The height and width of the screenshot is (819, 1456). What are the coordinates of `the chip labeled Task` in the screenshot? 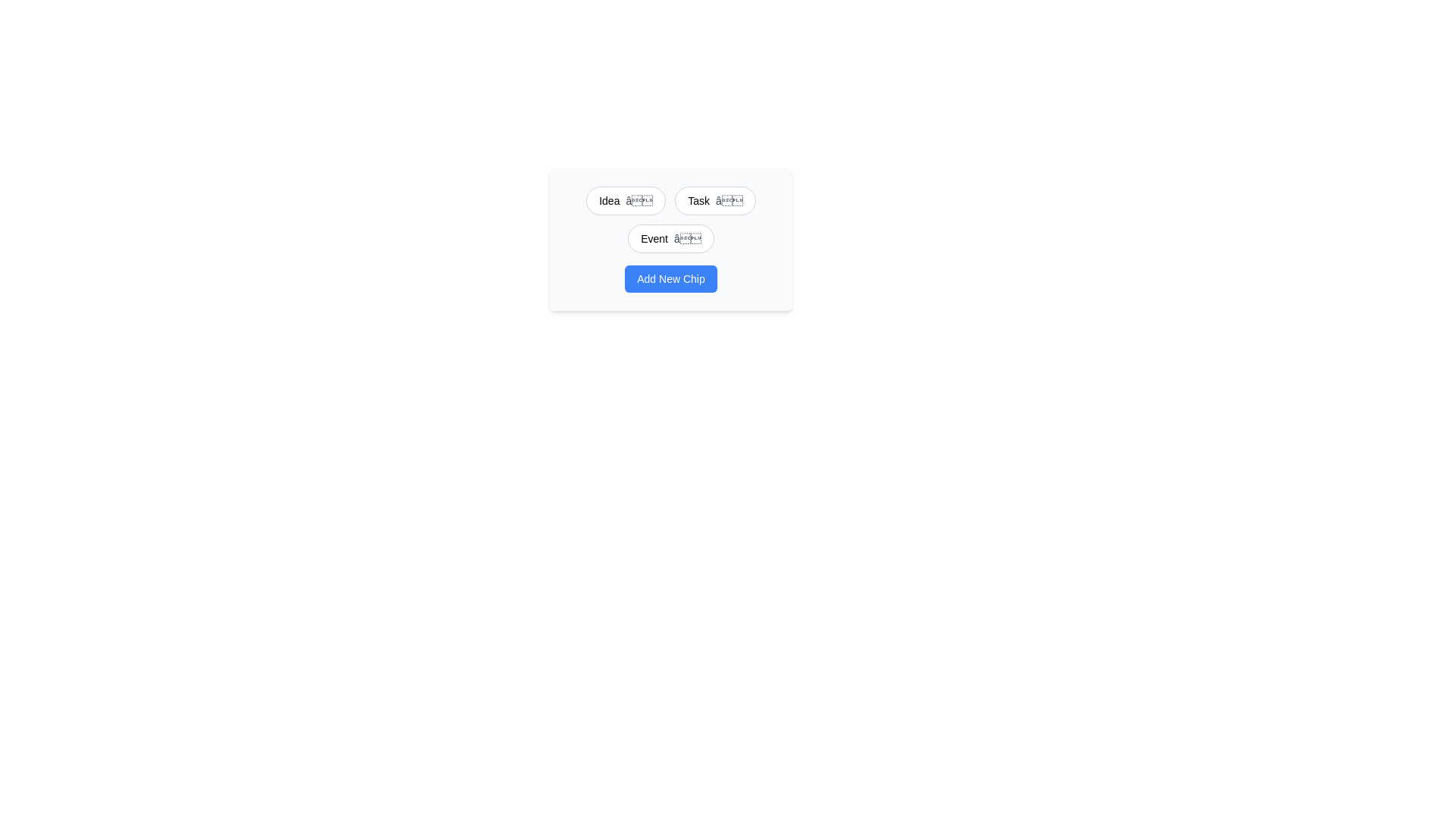 It's located at (698, 200).